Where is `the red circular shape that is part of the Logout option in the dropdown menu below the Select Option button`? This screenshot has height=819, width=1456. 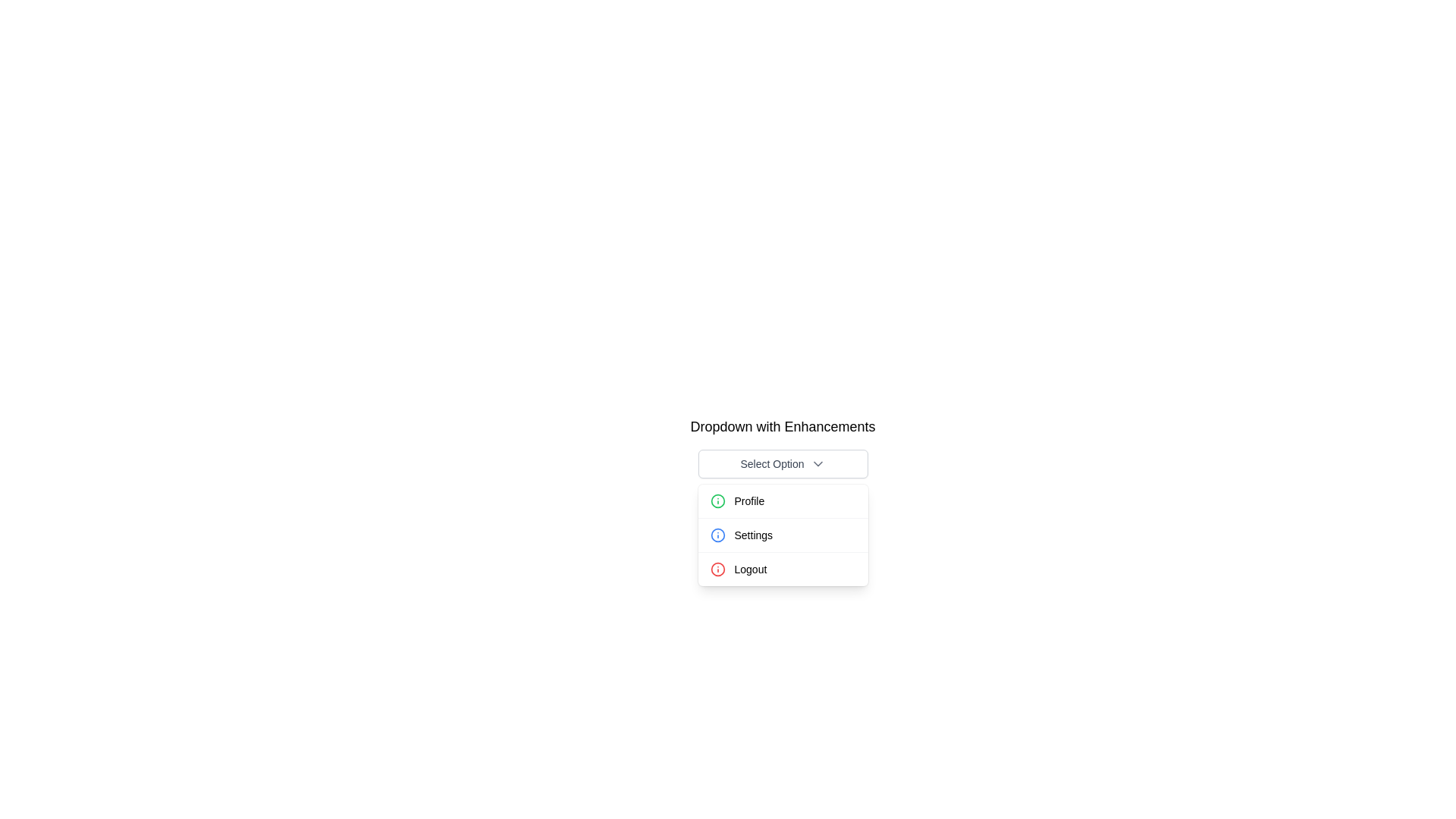 the red circular shape that is part of the Logout option in the dropdown menu below the Select Option button is located at coordinates (717, 570).